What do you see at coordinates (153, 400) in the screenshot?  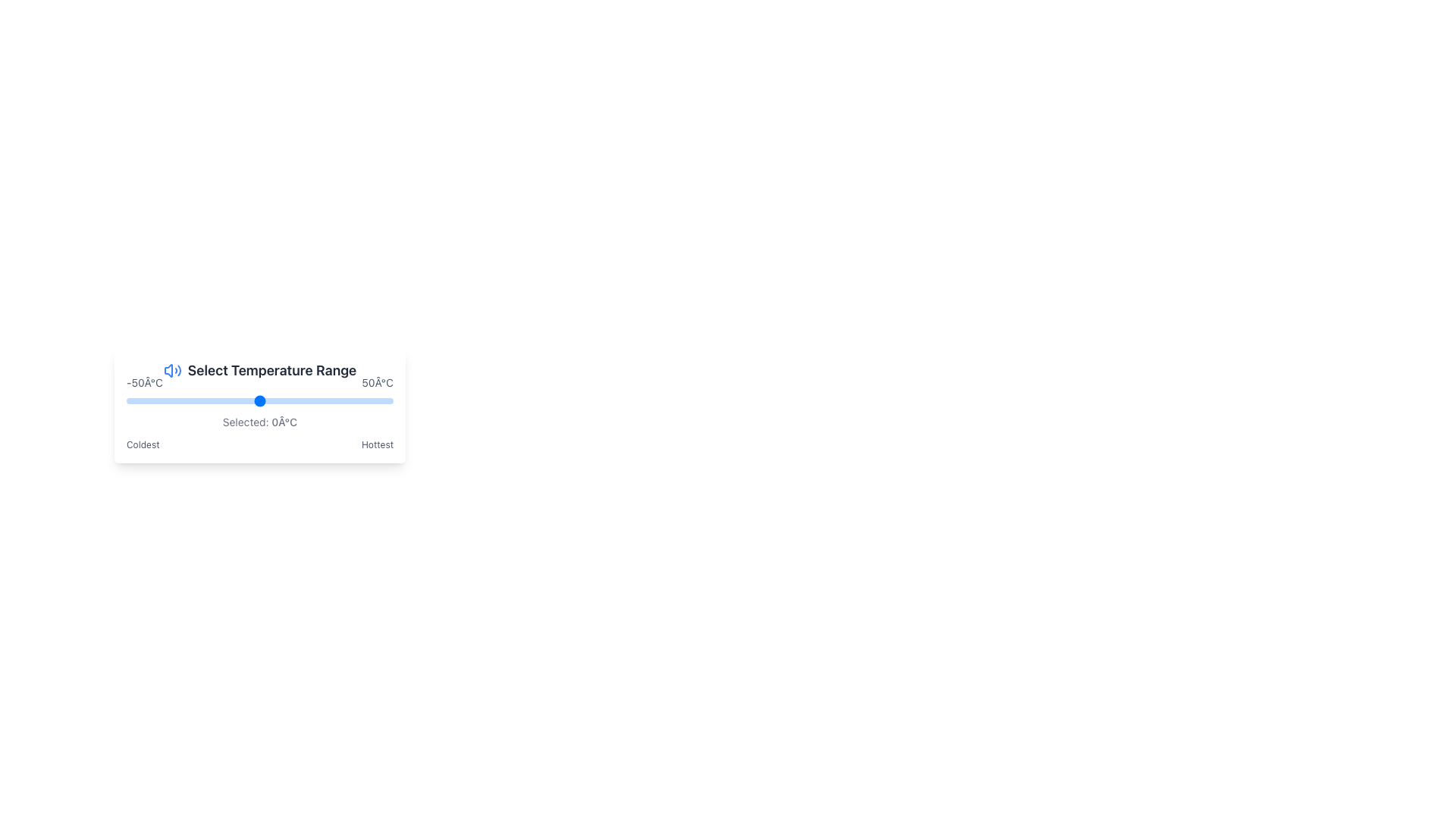 I see `the temperature slider` at bounding box center [153, 400].